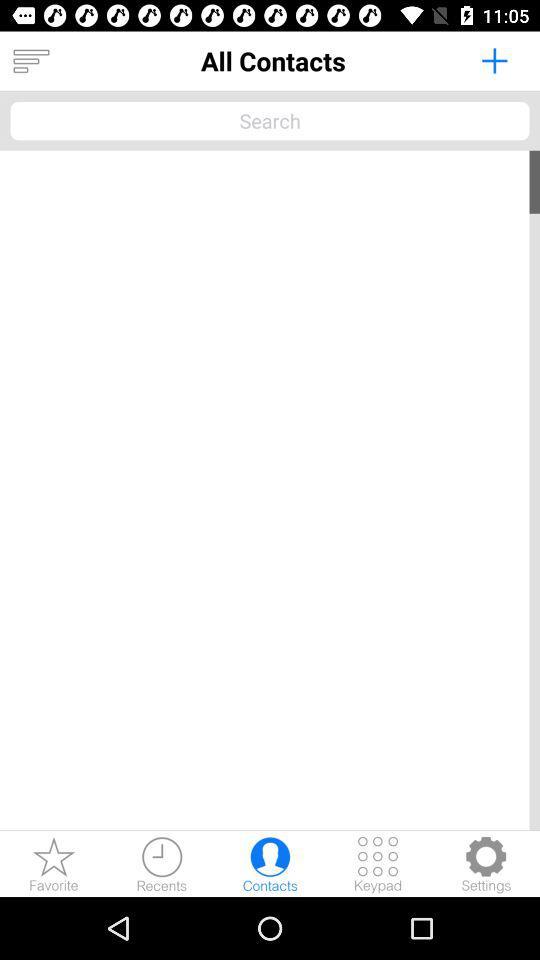 The height and width of the screenshot is (960, 540). Describe the element at coordinates (270, 120) in the screenshot. I see `search contacts` at that location.